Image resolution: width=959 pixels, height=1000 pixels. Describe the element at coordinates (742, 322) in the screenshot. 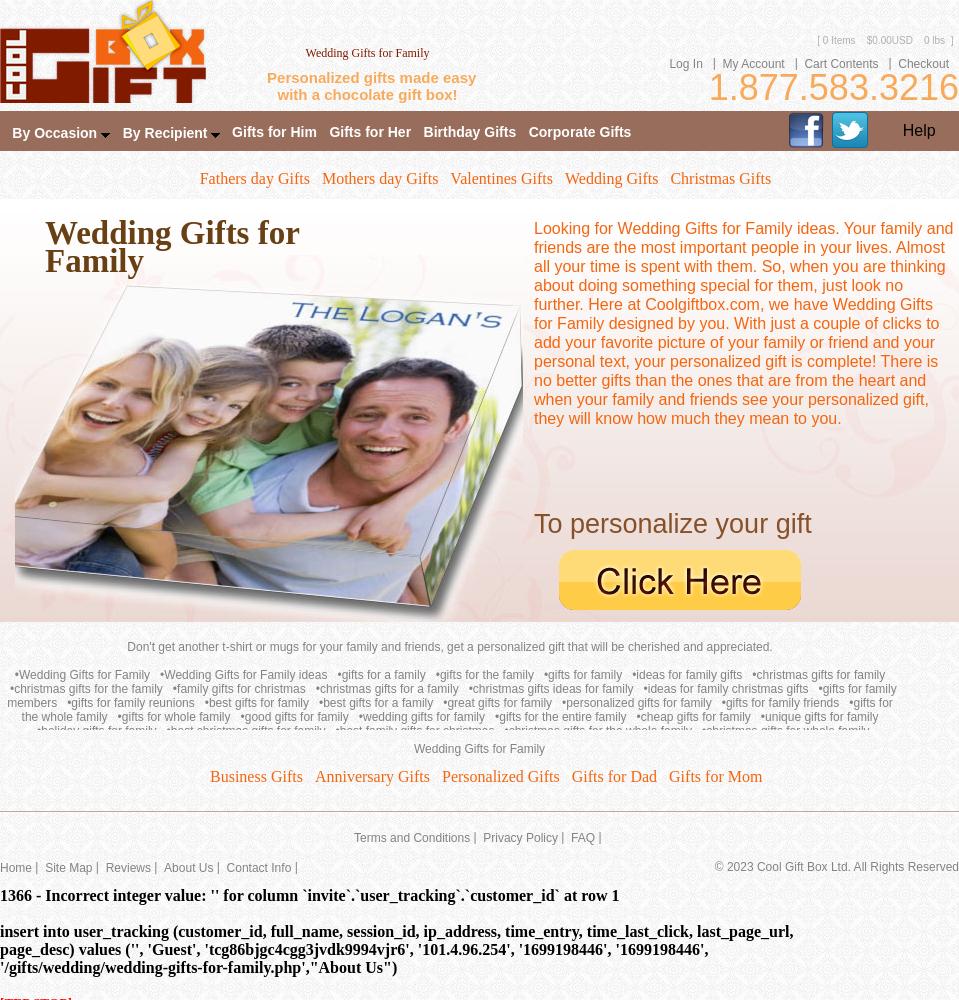

I see `'Looking for Wedding Gifts for Family ideas. Your family and friends are the most important people in your lives. Almost all your time is spent with them. So, when you are thinking about doing something special for them, just look no further. Here at Coolgiftbox.com, we have Wedding Gifts for Family designed by you. With just a couple of clicks to add your favorite picture of your family or friend and your personal text, your personalized gift is complete! There is no better gifts than the ones that are from the heart and when your family and friends see your personalized gift, they will know how much they mean to you.'` at that location.